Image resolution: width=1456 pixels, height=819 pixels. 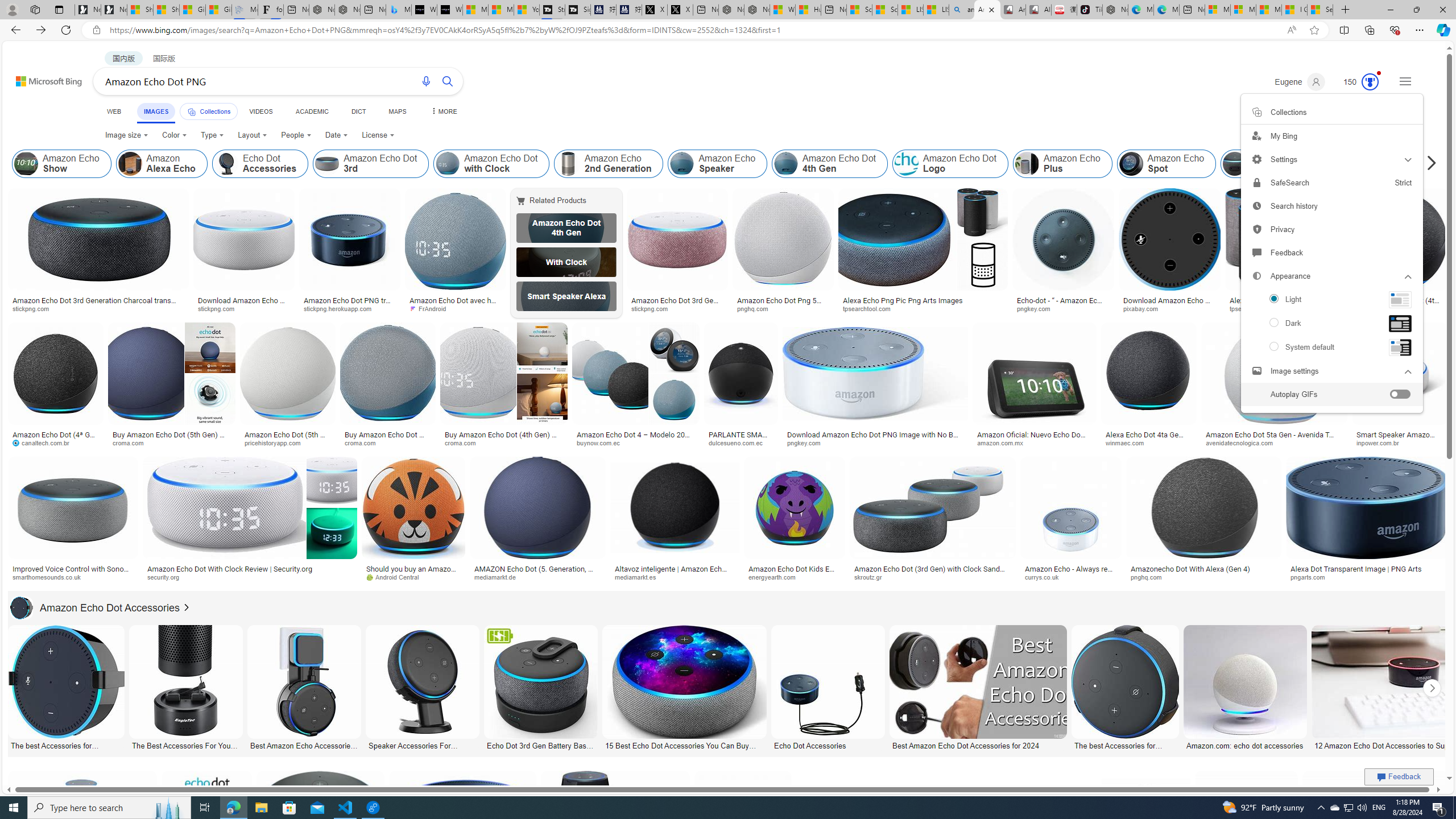 What do you see at coordinates (396, 111) in the screenshot?
I see `'MAPS'` at bounding box center [396, 111].